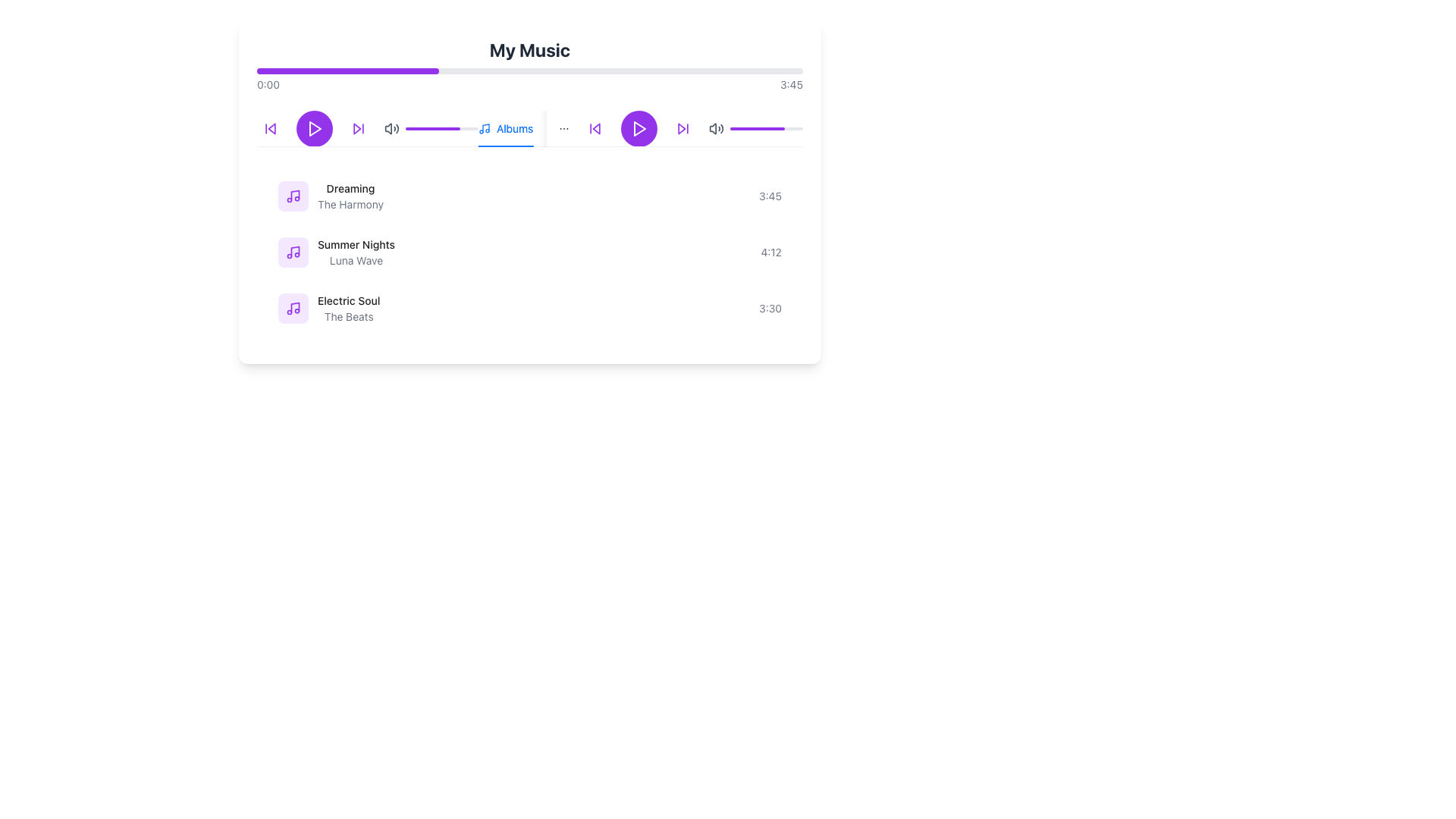  I want to click on the skip button located as the fourth button from the left in the playback control toolbar, so click(682, 127).